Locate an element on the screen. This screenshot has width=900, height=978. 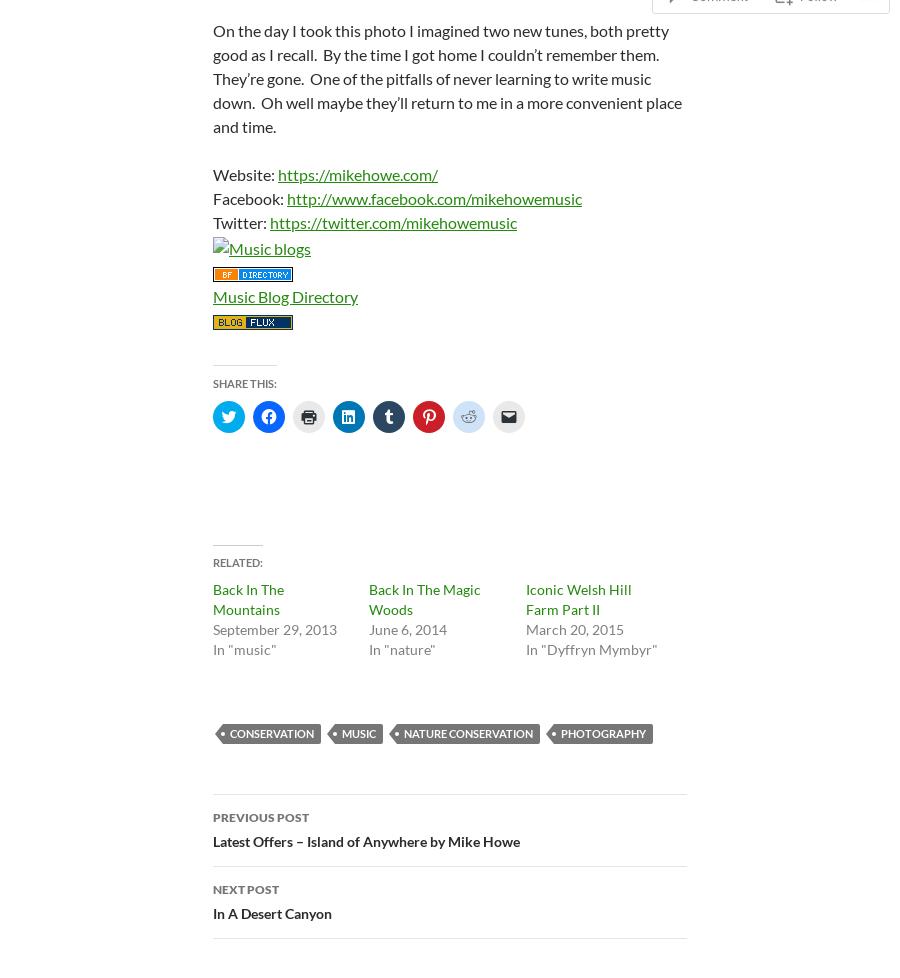
'https://mikehowe.com/' is located at coordinates (358, 173).